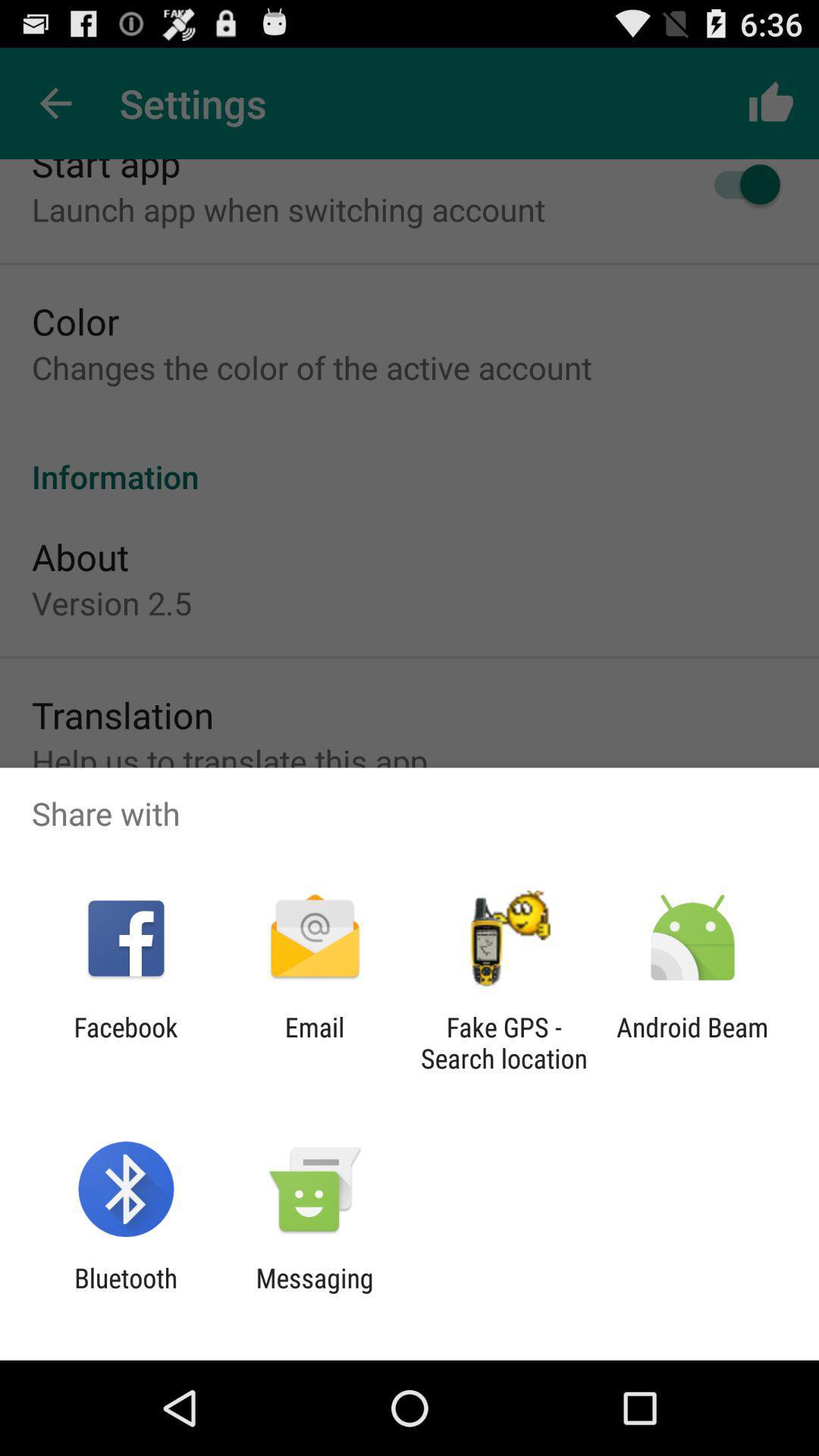 The height and width of the screenshot is (1456, 819). What do you see at coordinates (125, 1042) in the screenshot?
I see `the app next to the email item` at bounding box center [125, 1042].